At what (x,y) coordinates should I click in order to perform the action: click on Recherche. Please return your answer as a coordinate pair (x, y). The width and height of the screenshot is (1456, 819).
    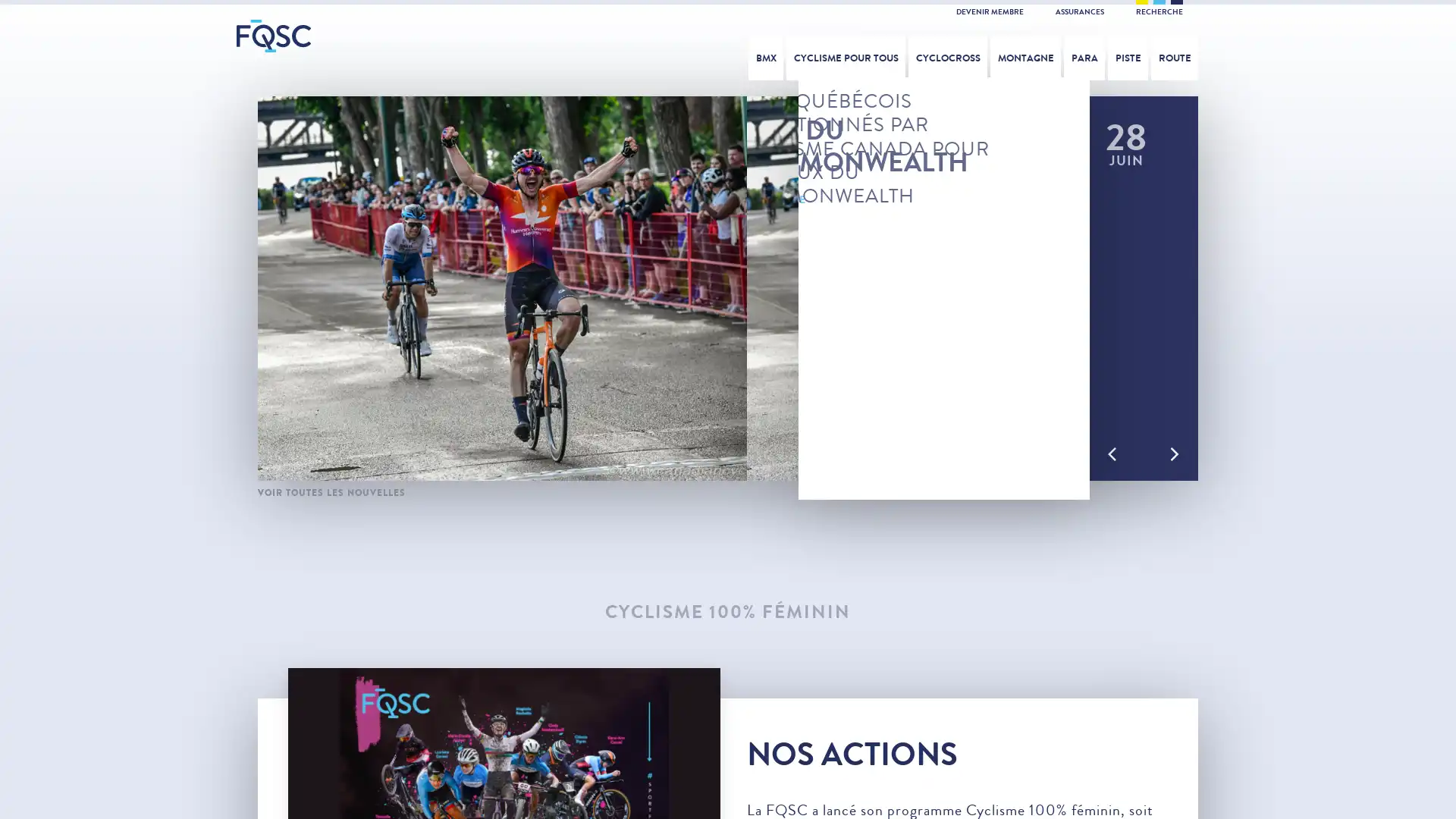
    Looking at the image, I should click on (1276, 52).